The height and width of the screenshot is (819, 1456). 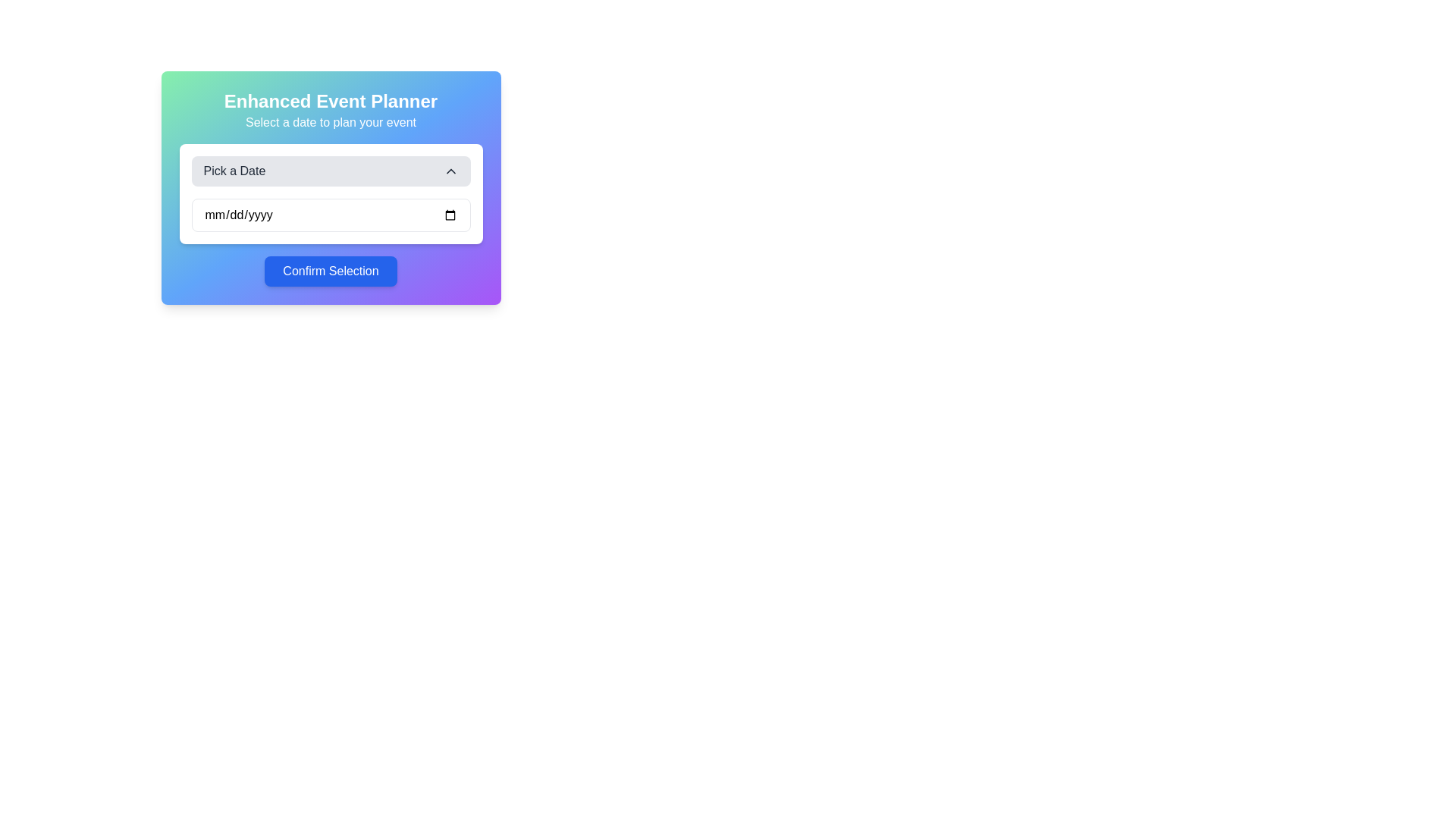 What do you see at coordinates (330, 122) in the screenshot?
I see `the instructional text label located beneath 'Enhanced Event Planner', which guides the user on selecting a date for an event` at bounding box center [330, 122].